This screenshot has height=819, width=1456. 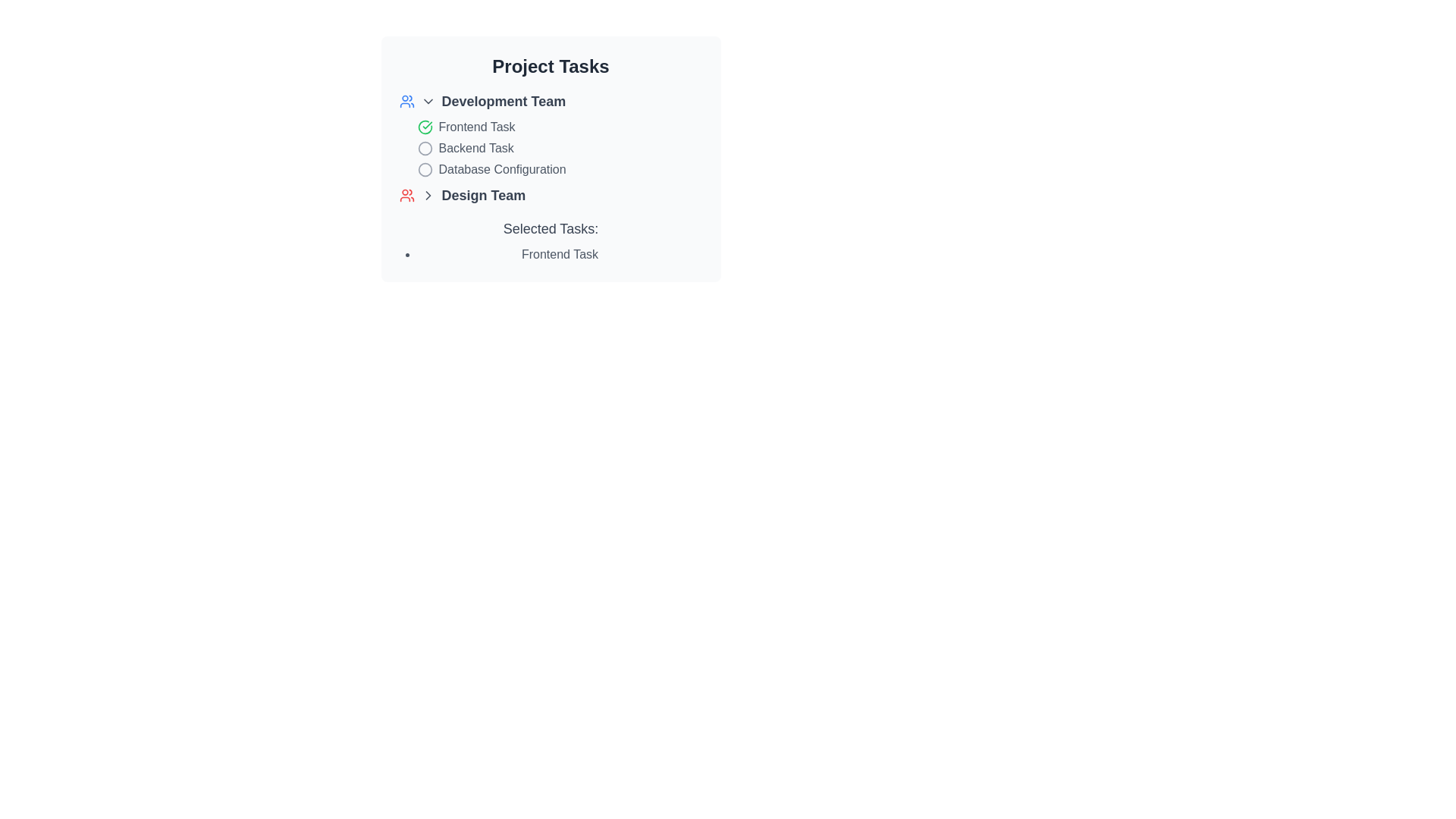 I want to click on the text label displaying 'Frontend Task' within the 'Development Team' section, which is styled in gray and positioned next to a green checkmark icon, so click(x=475, y=127).